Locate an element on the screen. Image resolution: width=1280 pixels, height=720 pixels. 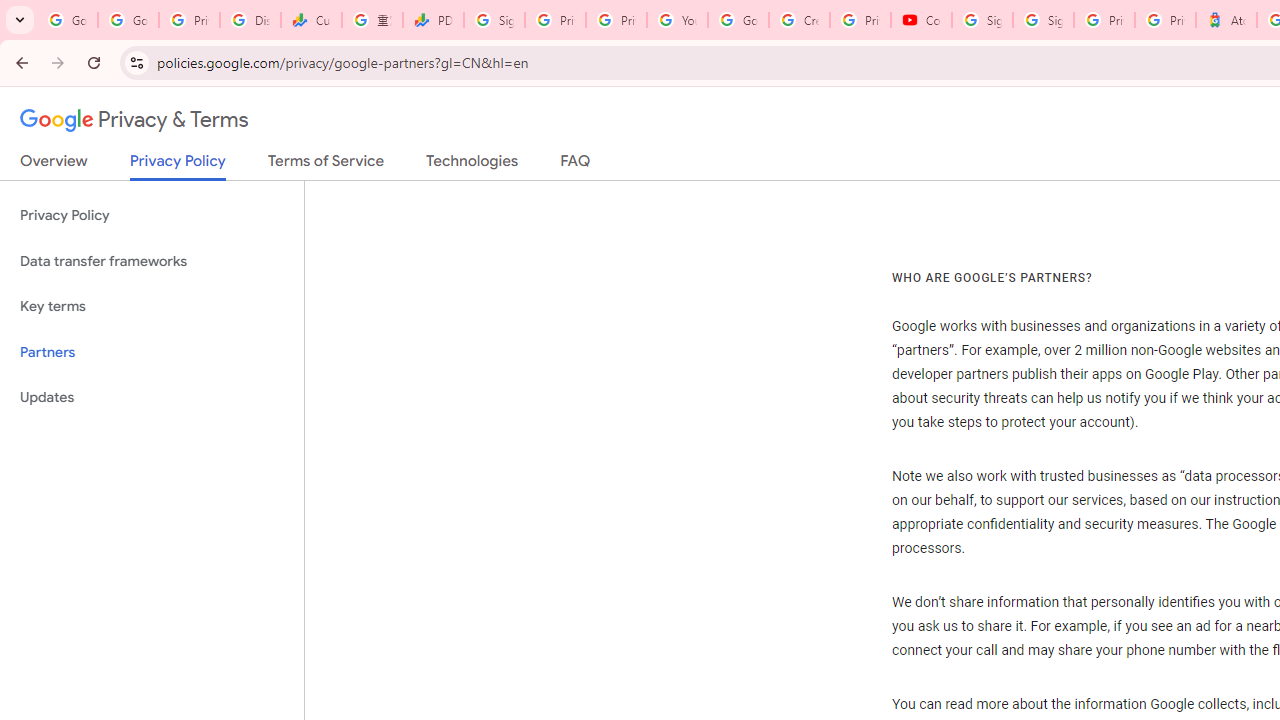
'Privacy & Terms' is located at coordinates (134, 120).